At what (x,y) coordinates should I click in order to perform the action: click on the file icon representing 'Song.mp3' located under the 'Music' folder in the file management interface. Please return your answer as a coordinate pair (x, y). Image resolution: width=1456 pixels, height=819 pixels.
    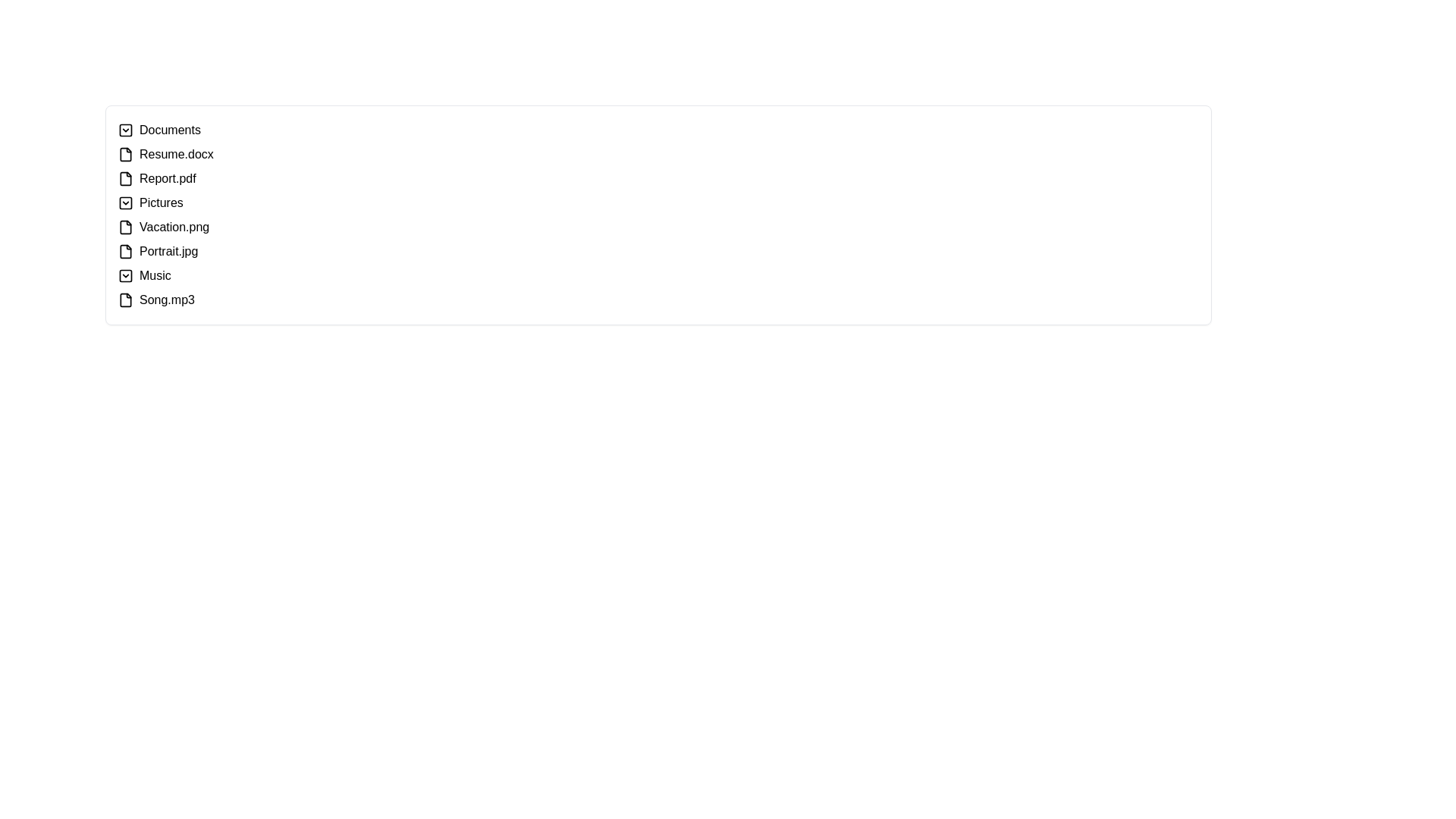
    Looking at the image, I should click on (126, 300).